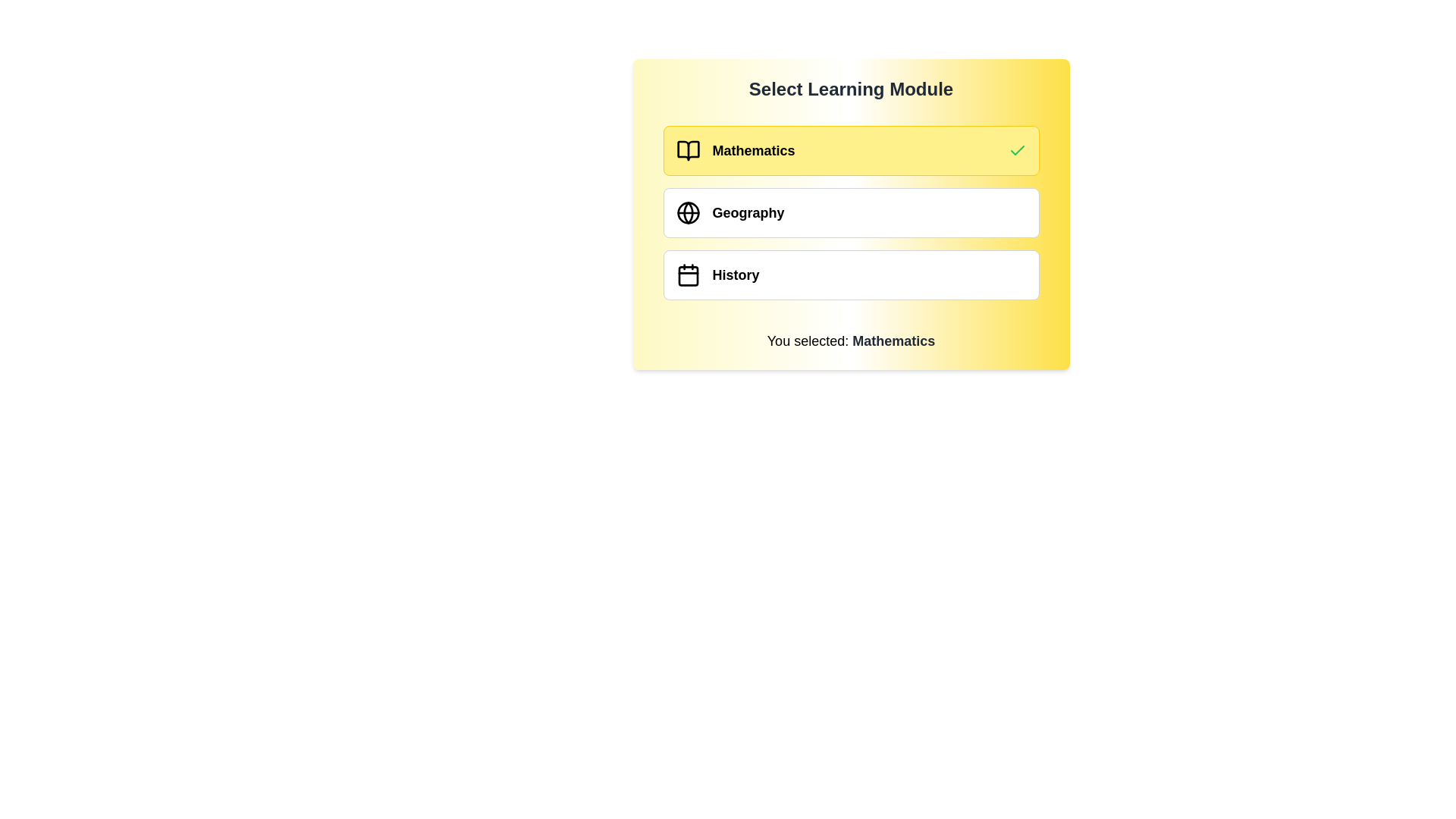 The height and width of the screenshot is (819, 1456). I want to click on the text that indicates the user's current selection, located in the phrase "You selected" at the bottom of the module, so click(893, 341).